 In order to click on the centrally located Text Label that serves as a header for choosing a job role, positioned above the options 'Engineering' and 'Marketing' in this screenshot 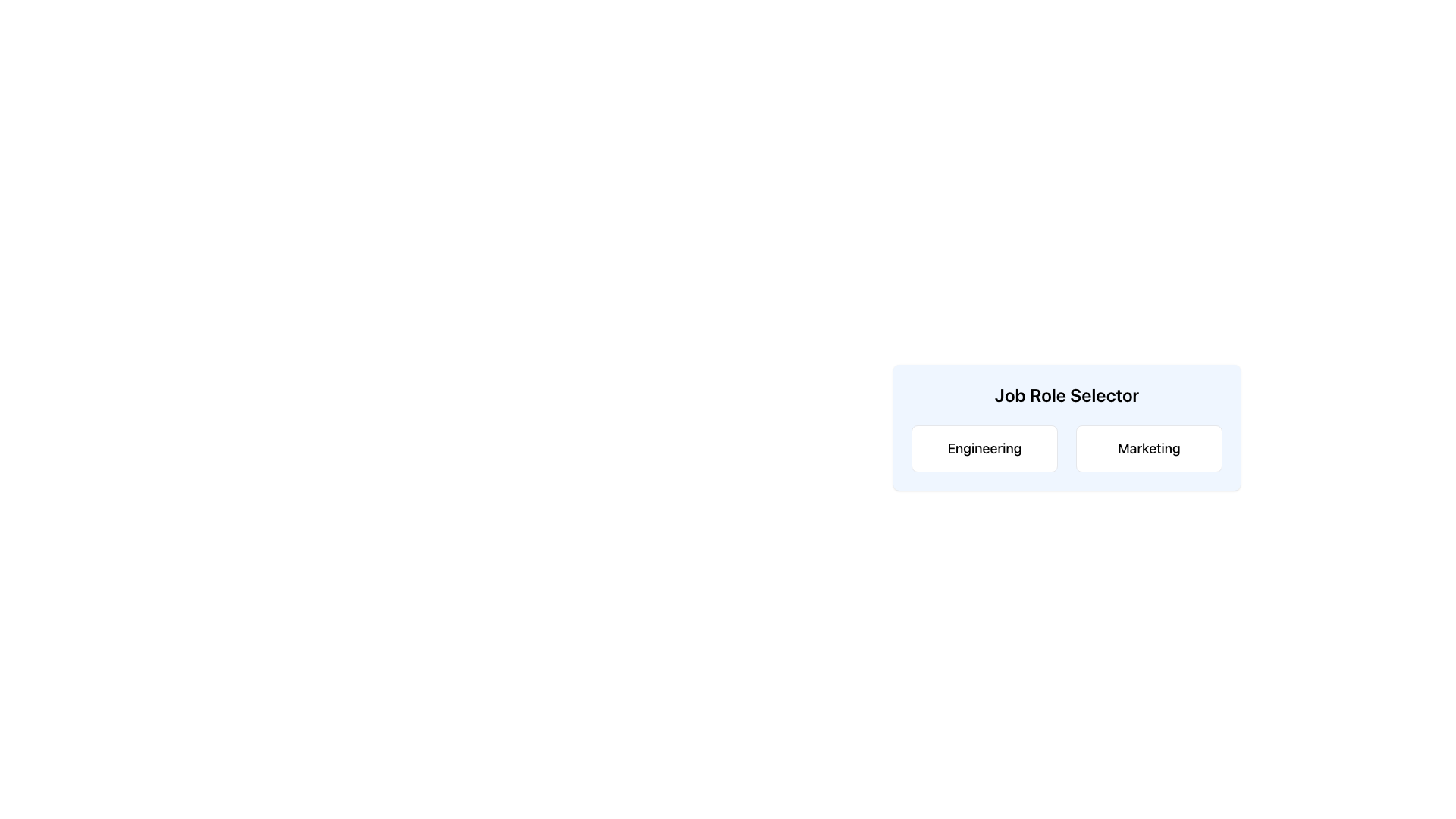, I will do `click(1065, 394)`.